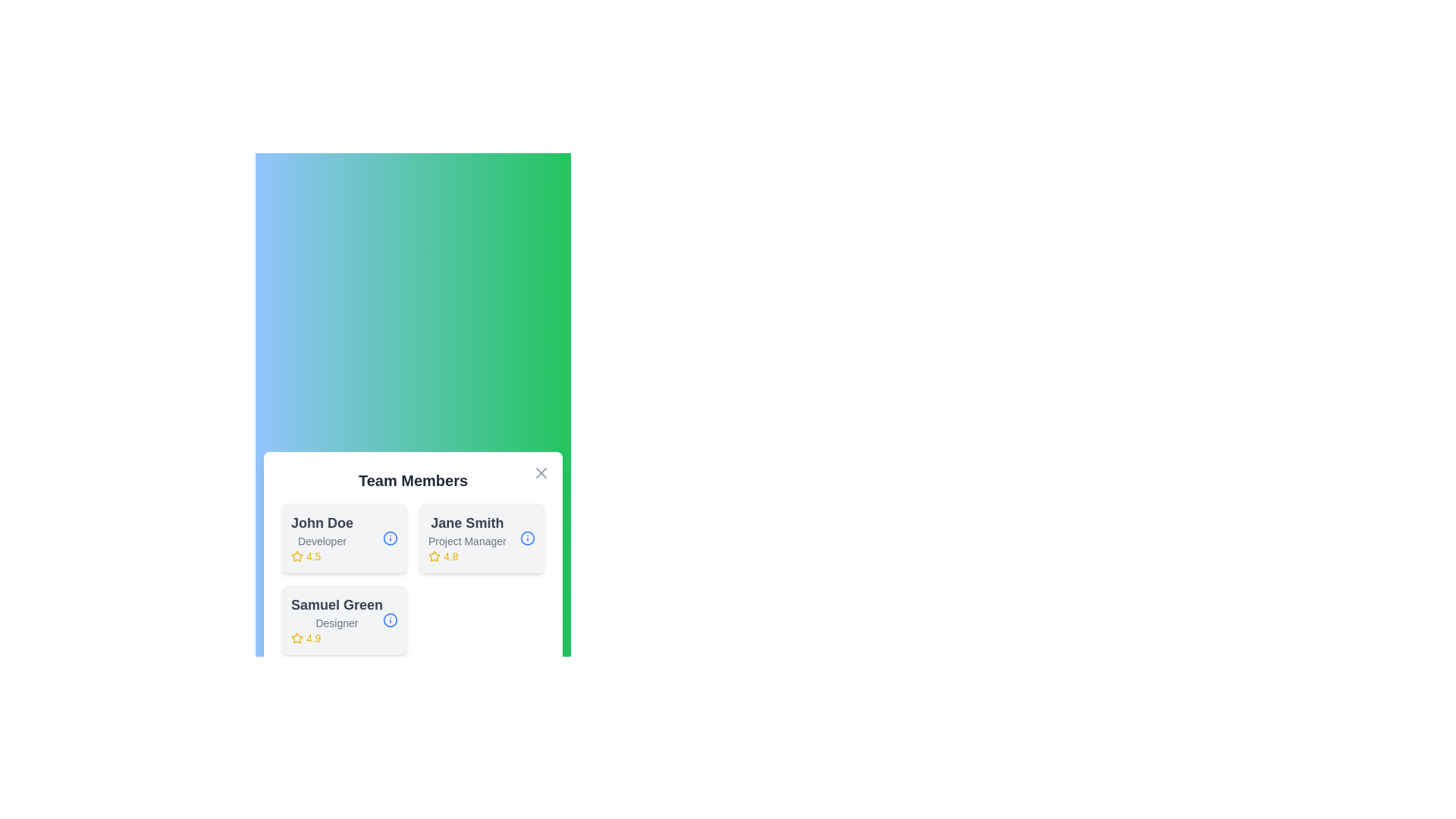  I want to click on the info button for Samuel Green to view their details, so click(390, 620).